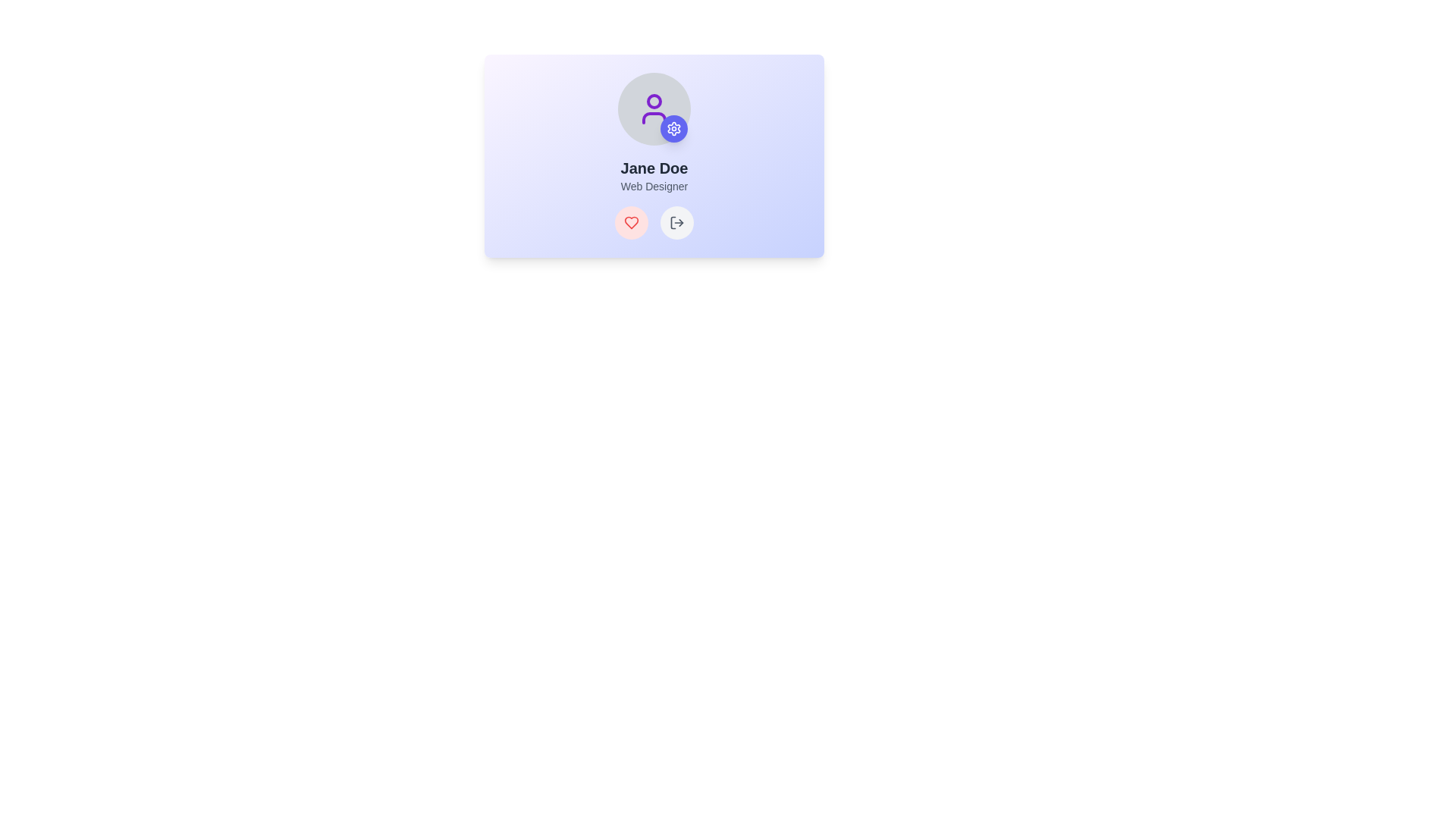 The height and width of the screenshot is (819, 1456). I want to click on the text label displaying 'Jane Doe', so click(654, 168).